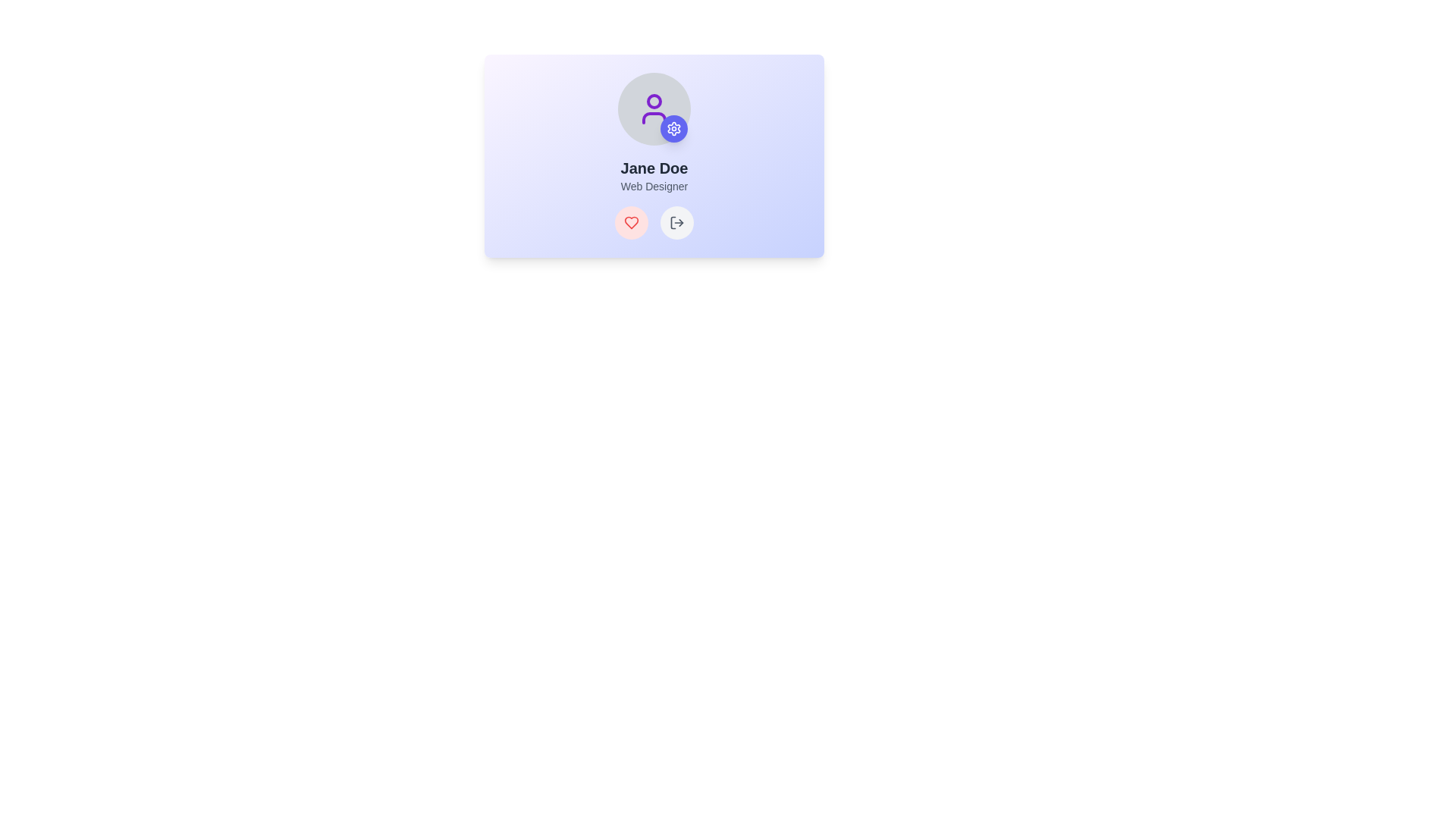 The height and width of the screenshot is (819, 1456). I want to click on the text label displaying 'Jane Doe', so click(654, 168).